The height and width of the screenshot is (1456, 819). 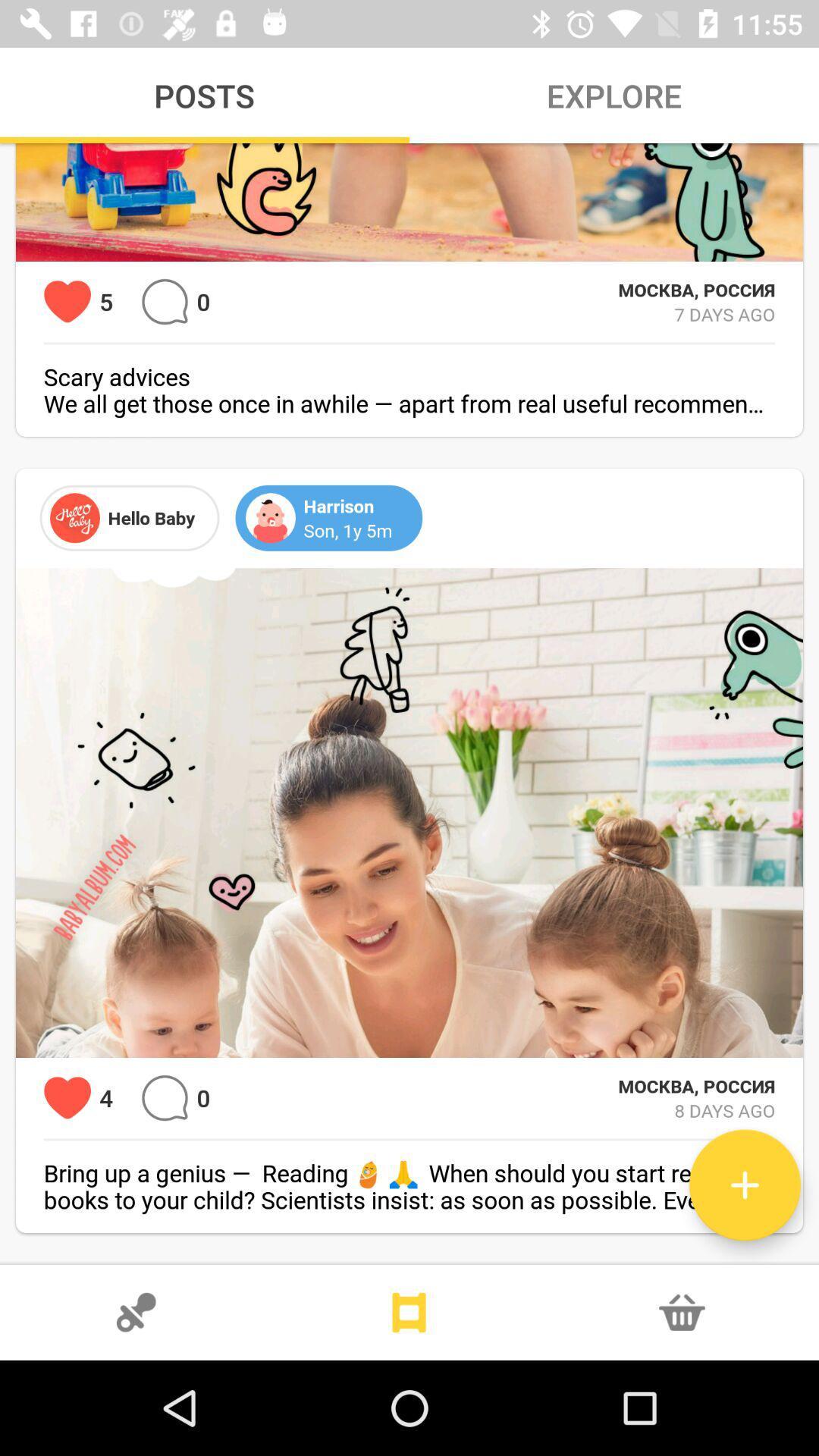 What do you see at coordinates (409, 1312) in the screenshot?
I see `menu` at bounding box center [409, 1312].